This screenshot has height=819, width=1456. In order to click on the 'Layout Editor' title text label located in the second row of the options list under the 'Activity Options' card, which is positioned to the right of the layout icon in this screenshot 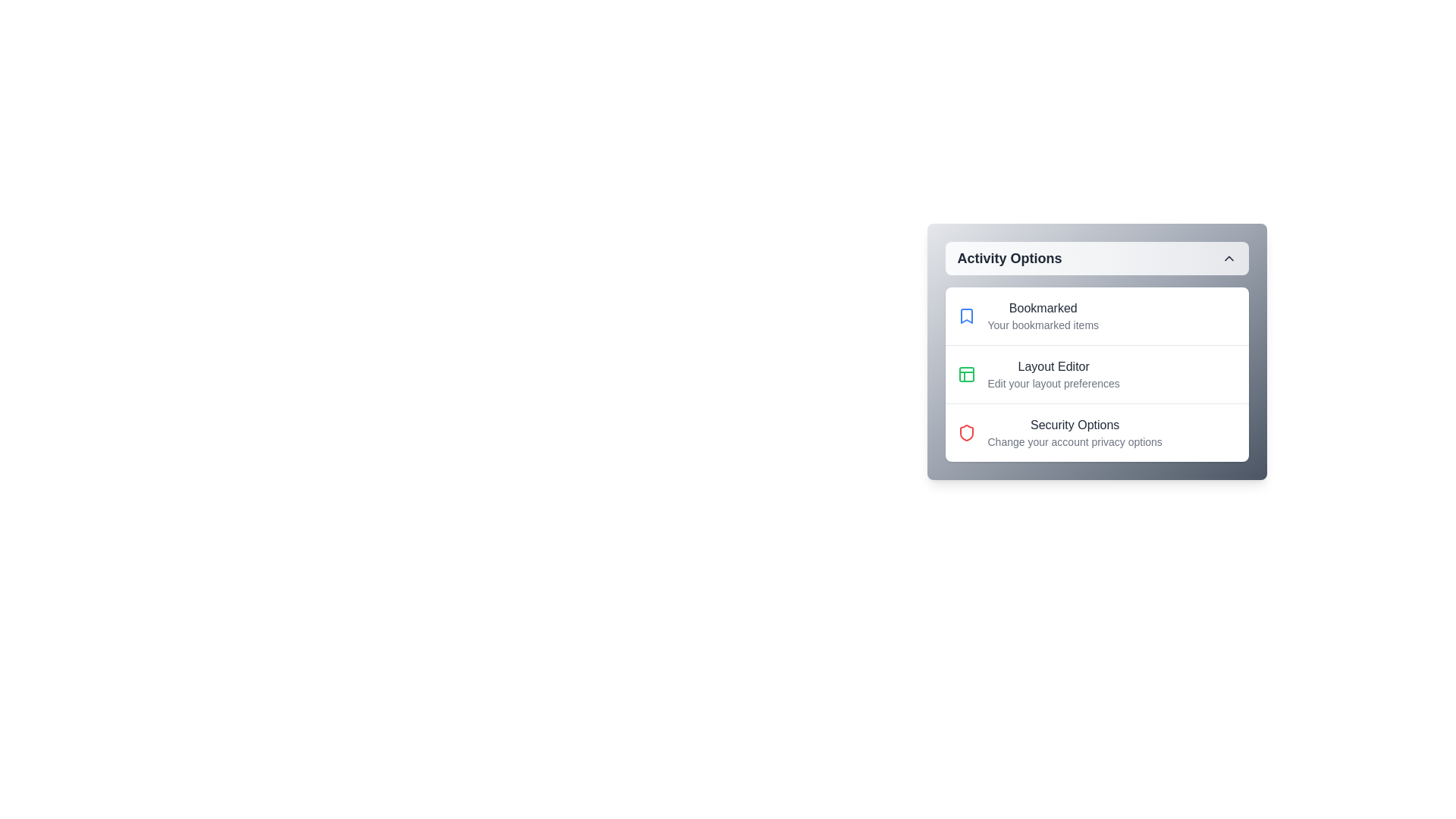, I will do `click(1053, 366)`.